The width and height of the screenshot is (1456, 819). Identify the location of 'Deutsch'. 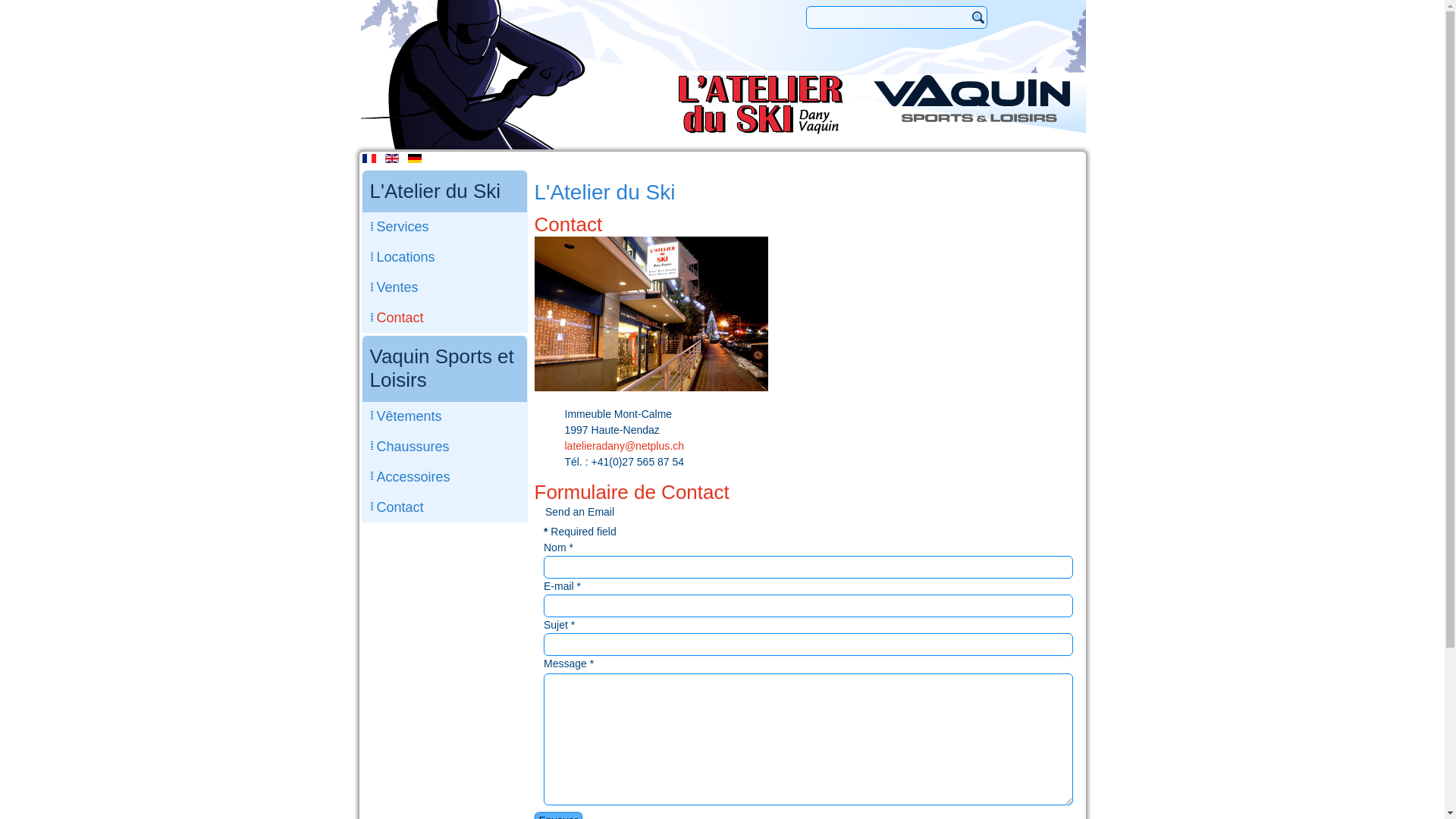
(415, 158).